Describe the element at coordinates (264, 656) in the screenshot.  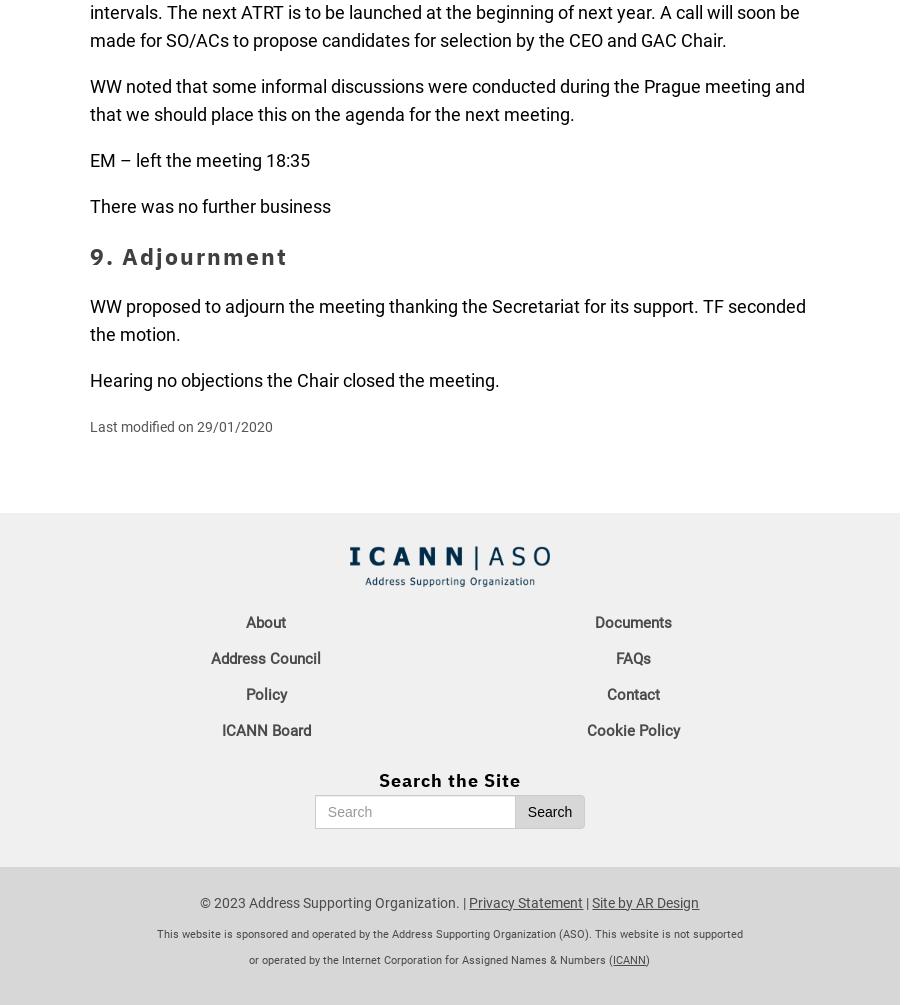
I see `'Address Council'` at that location.